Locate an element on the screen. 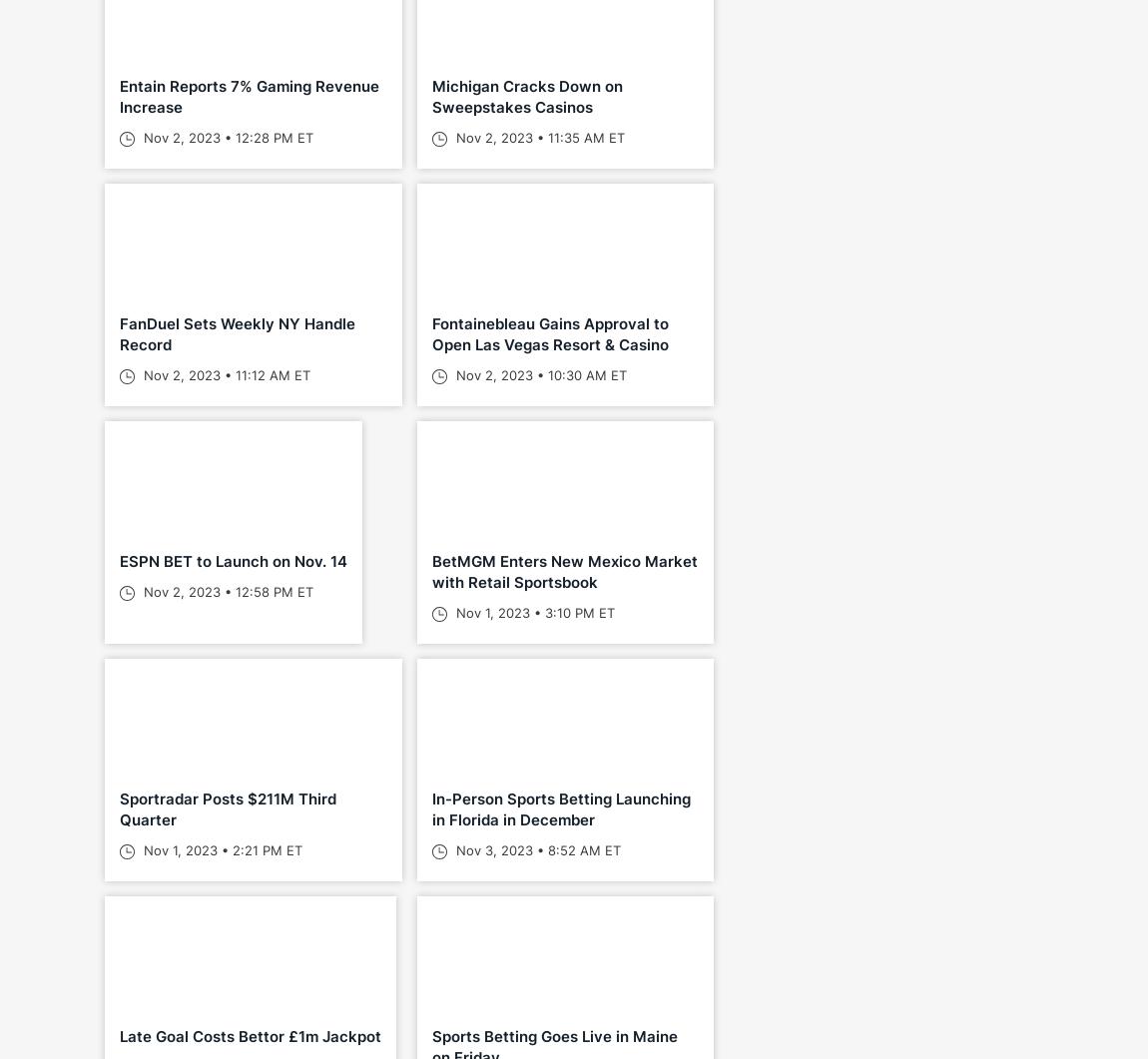 This screenshot has height=1059, width=1148. 'Fontainebleau Gains Approval to Open Las Vegas Resort & Casino' is located at coordinates (431, 332).